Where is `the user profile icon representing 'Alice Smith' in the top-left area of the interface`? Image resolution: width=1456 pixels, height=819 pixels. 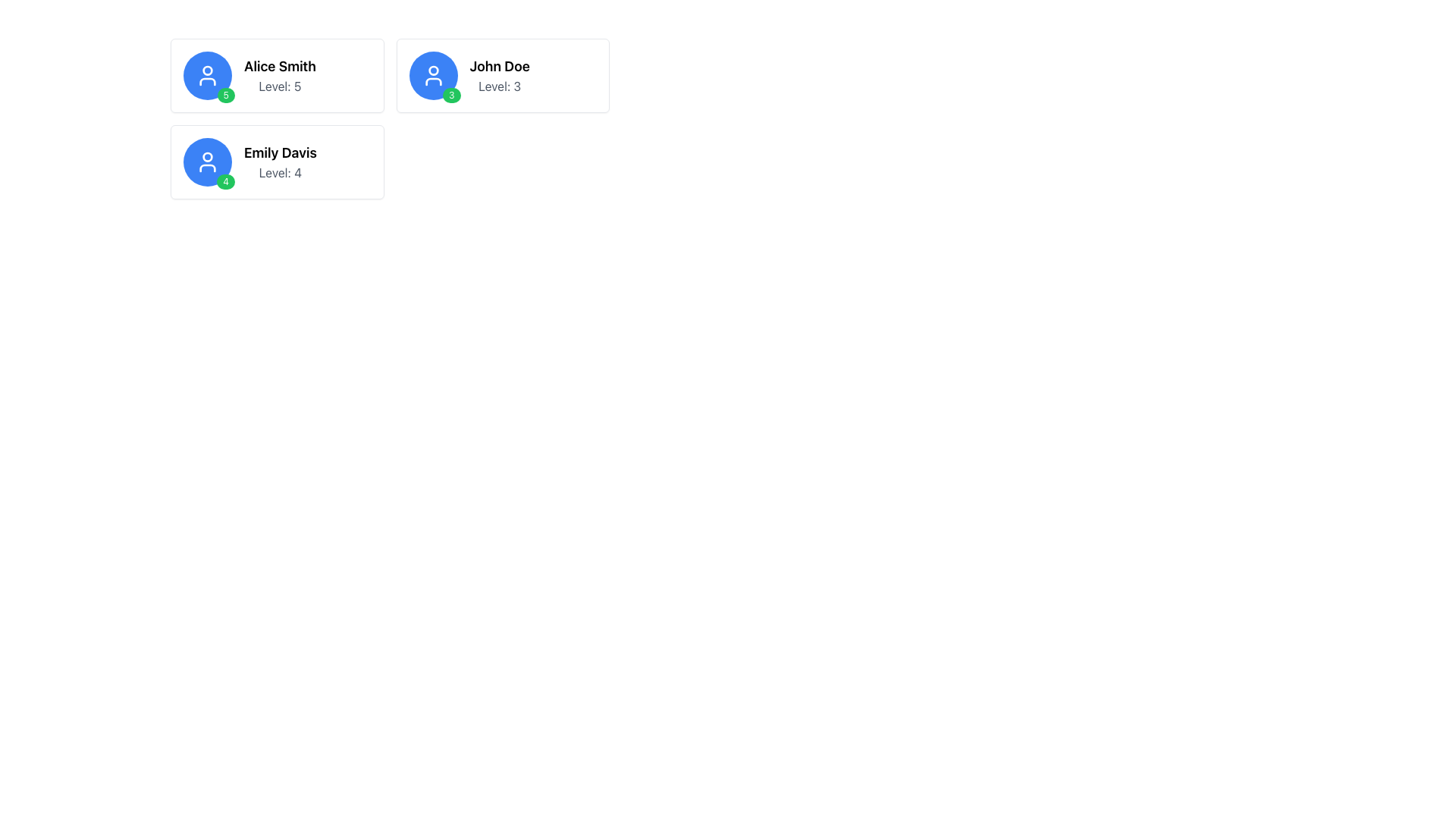 the user profile icon representing 'Alice Smith' in the top-left area of the interface is located at coordinates (206, 76).